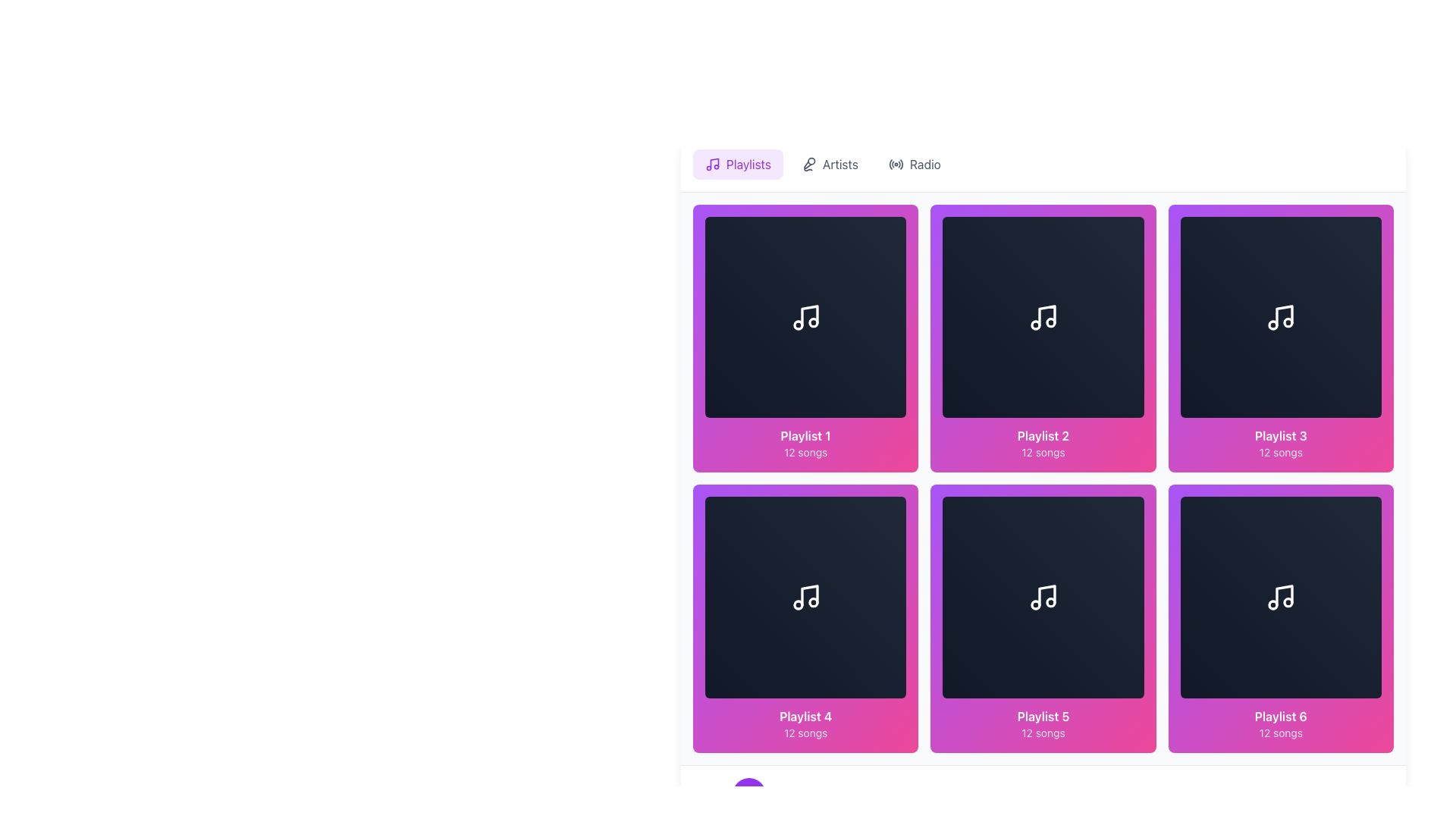  What do you see at coordinates (914, 164) in the screenshot?
I see `the 'Radio' button in the upper-right section of the navigation menu` at bounding box center [914, 164].